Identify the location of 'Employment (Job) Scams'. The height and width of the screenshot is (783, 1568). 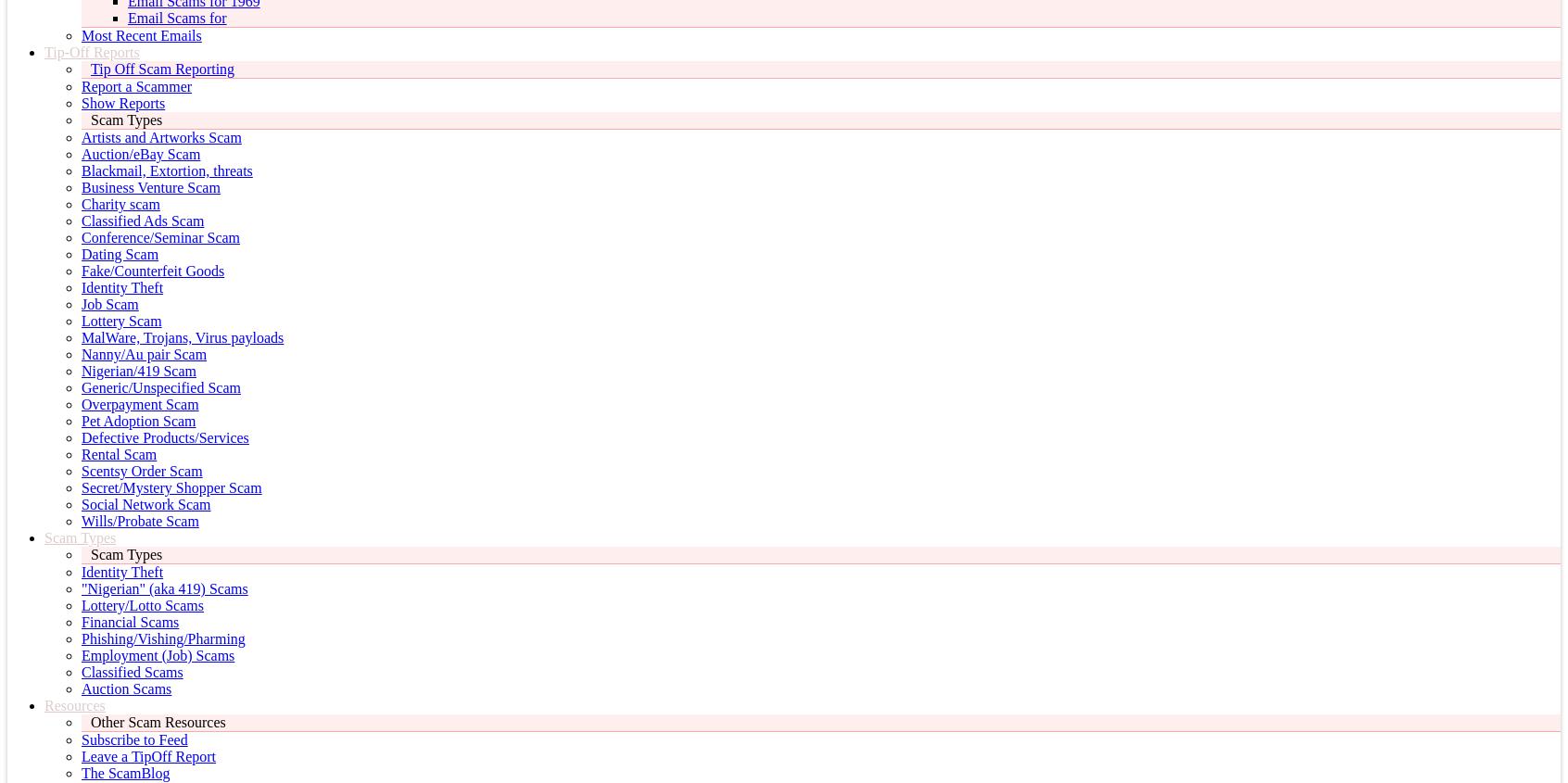
(157, 654).